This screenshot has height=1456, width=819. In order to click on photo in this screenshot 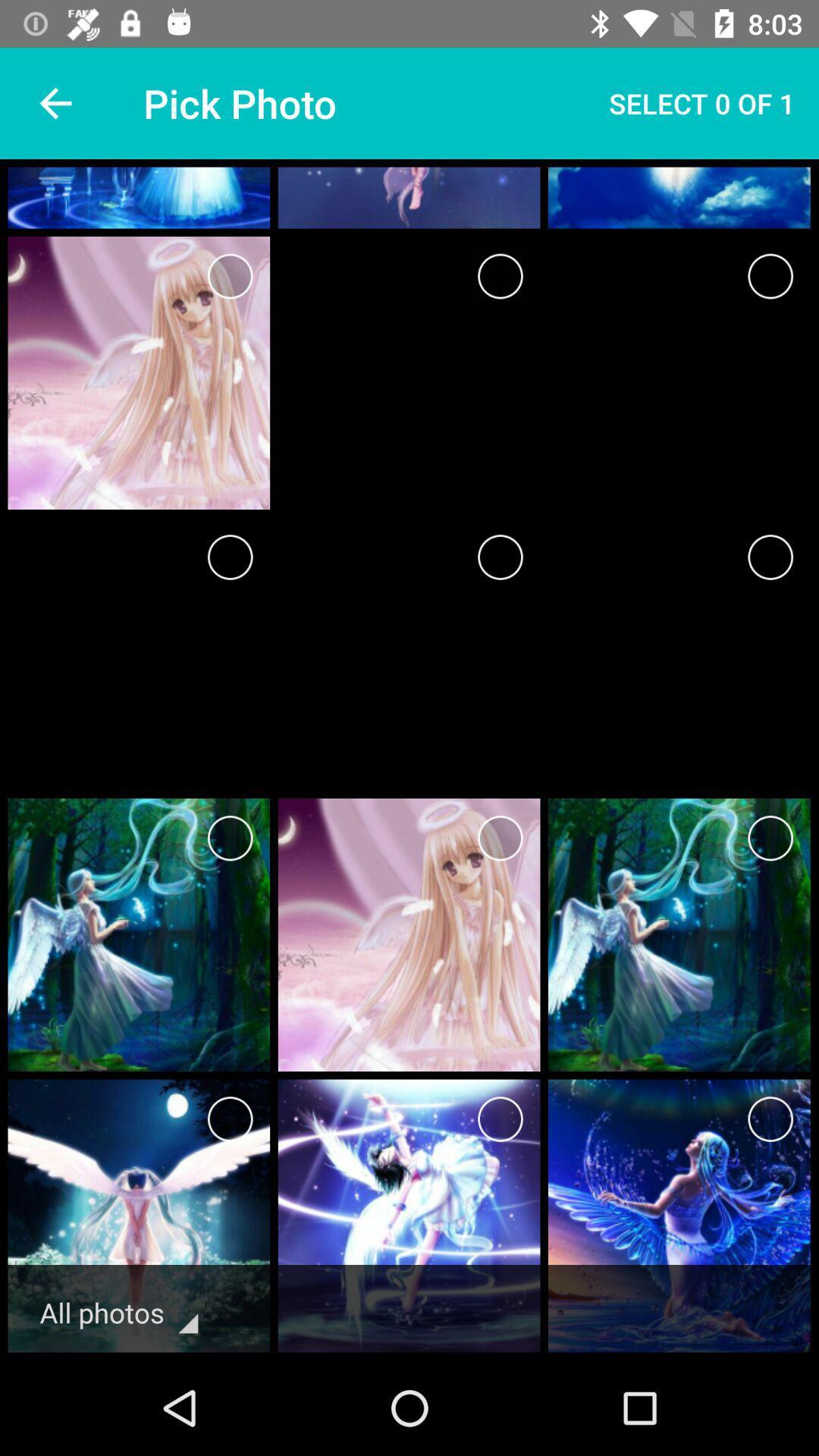, I will do `click(230, 556)`.